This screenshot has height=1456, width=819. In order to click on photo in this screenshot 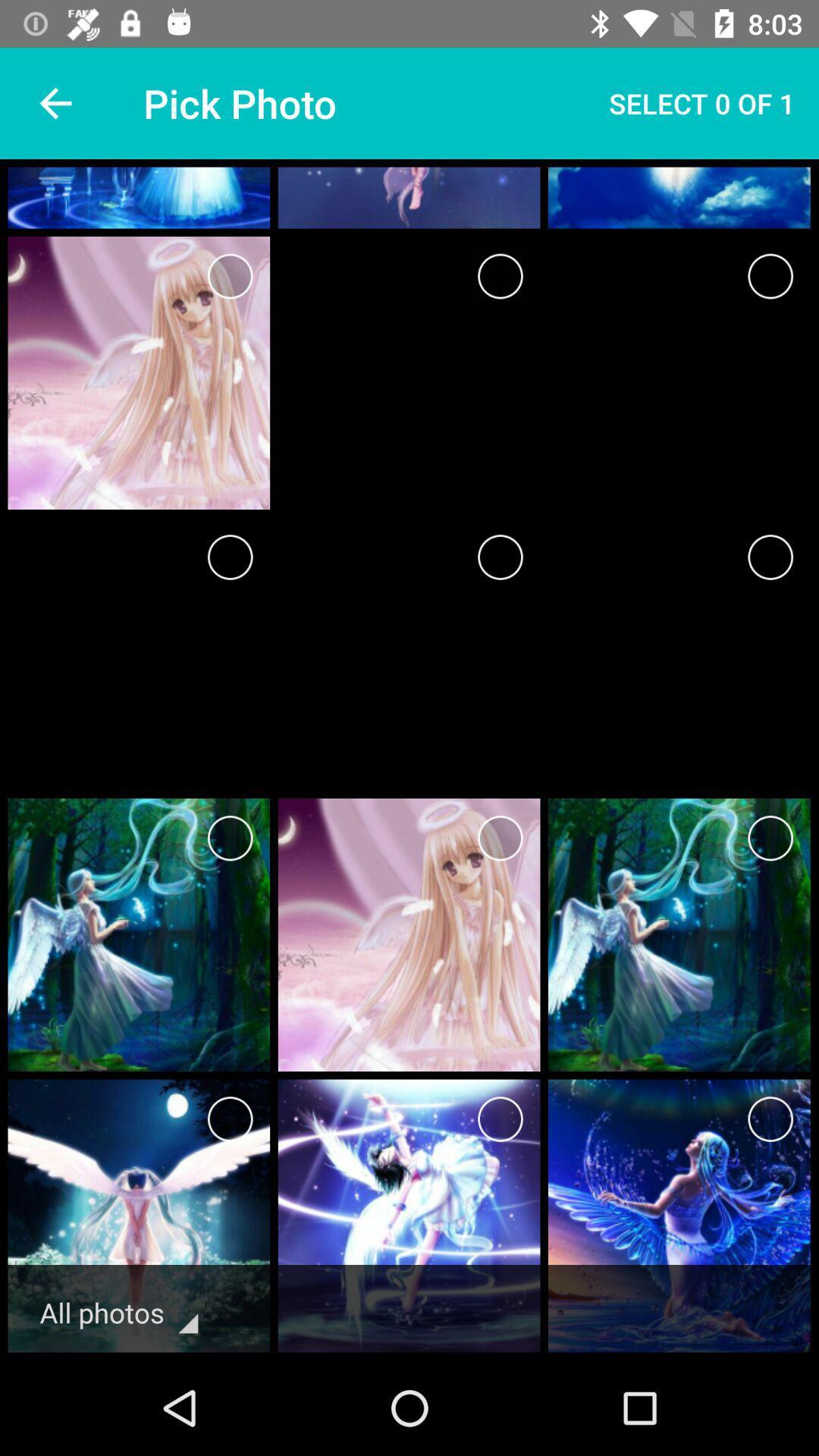, I will do `click(230, 556)`.